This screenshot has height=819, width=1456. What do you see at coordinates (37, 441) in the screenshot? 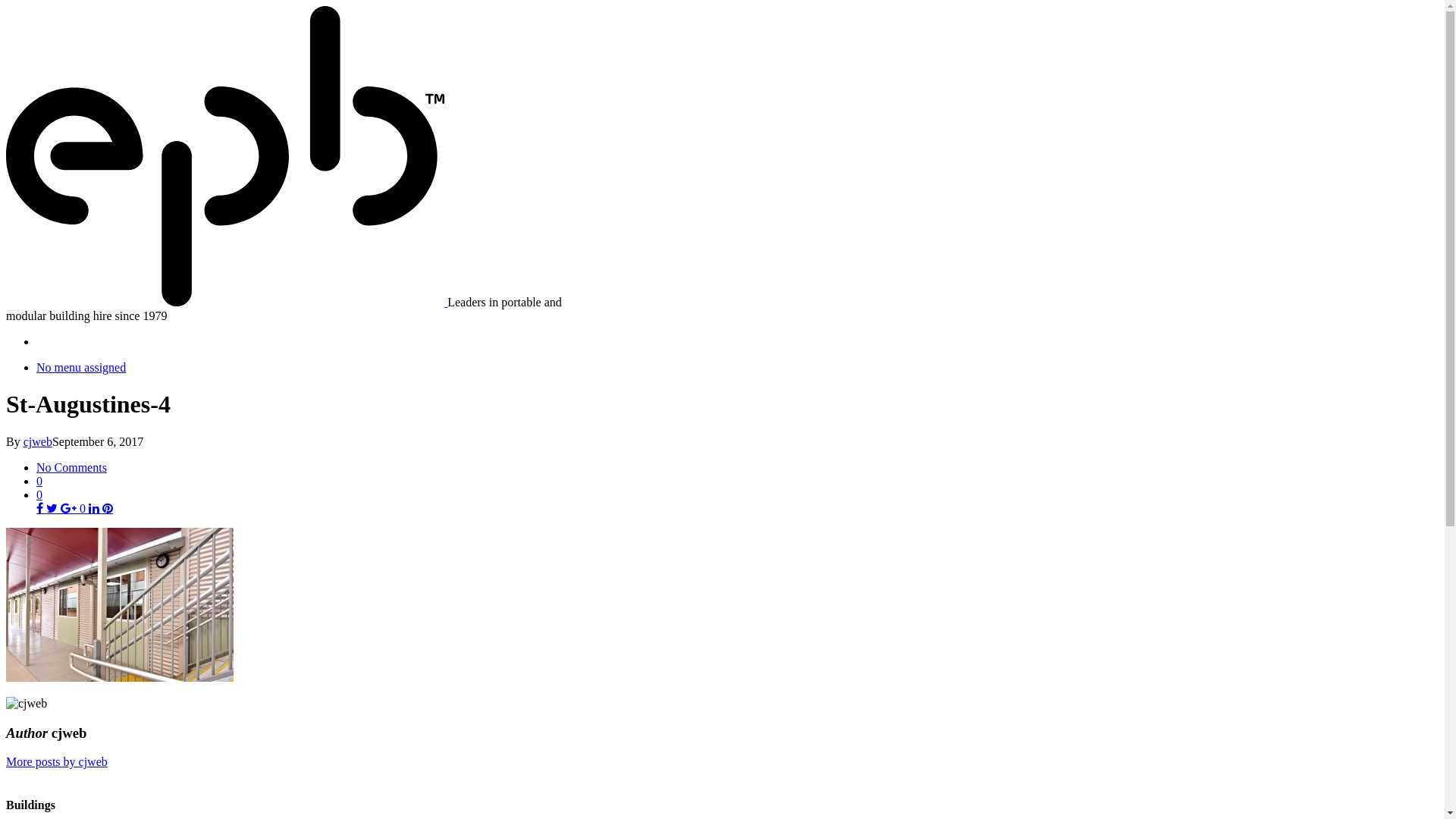
I see `'cjweb'` at bounding box center [37, 441].